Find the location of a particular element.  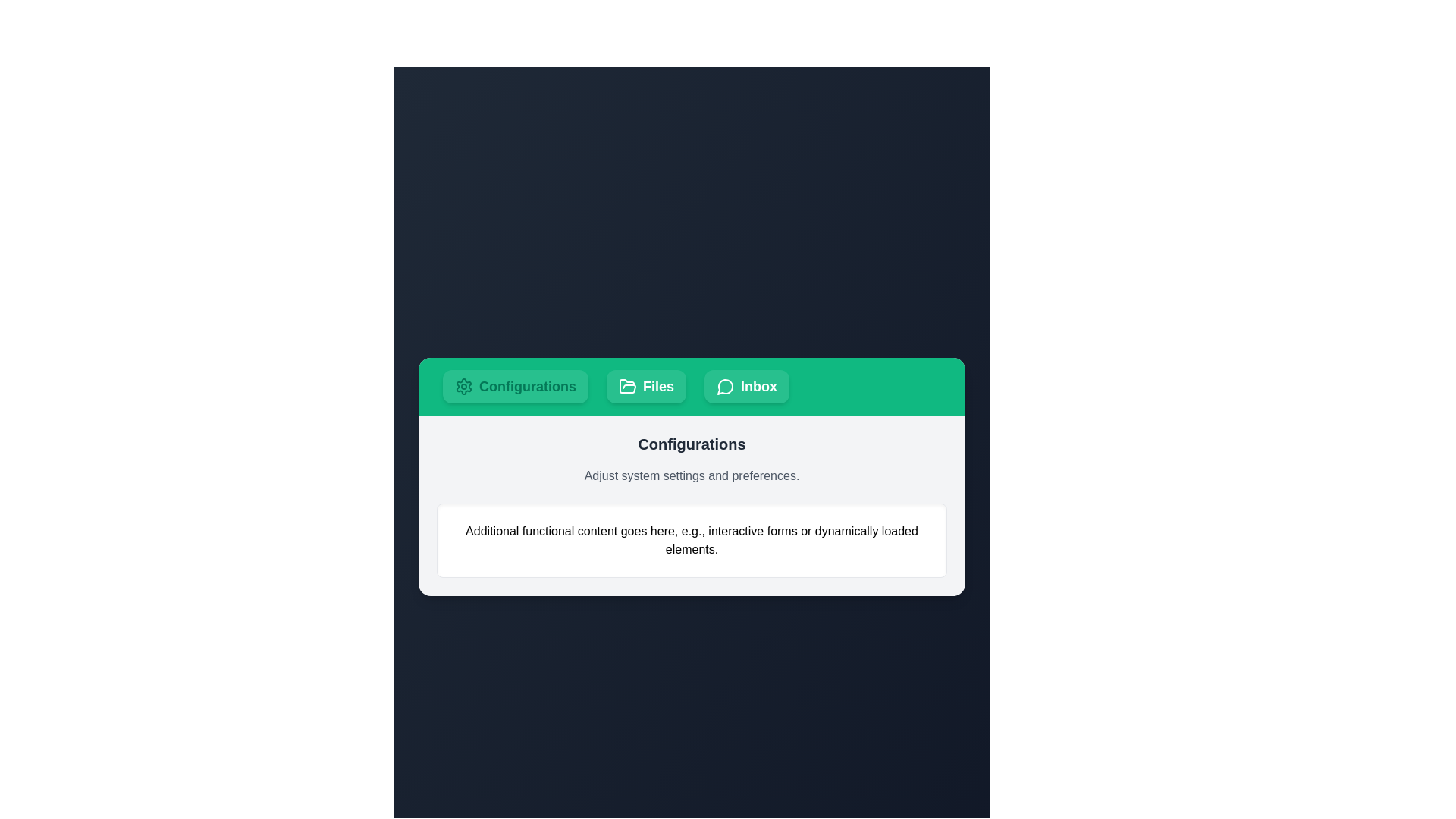

the tab identified by Files is located at coordinates (645, 385).